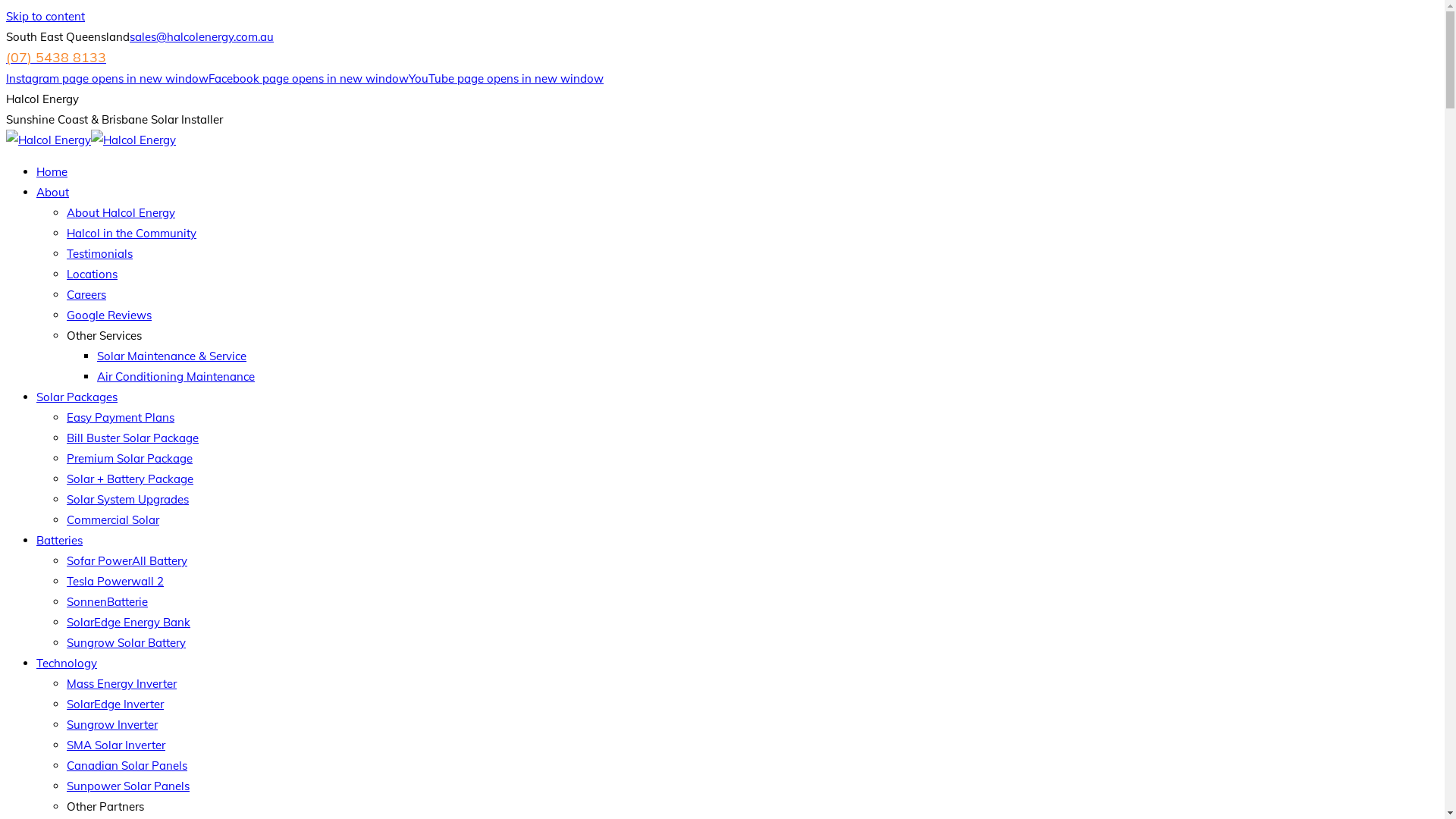  Describe the element at coordinates (103, 334) in the screenshot. I see `'Other Services'` at that location.